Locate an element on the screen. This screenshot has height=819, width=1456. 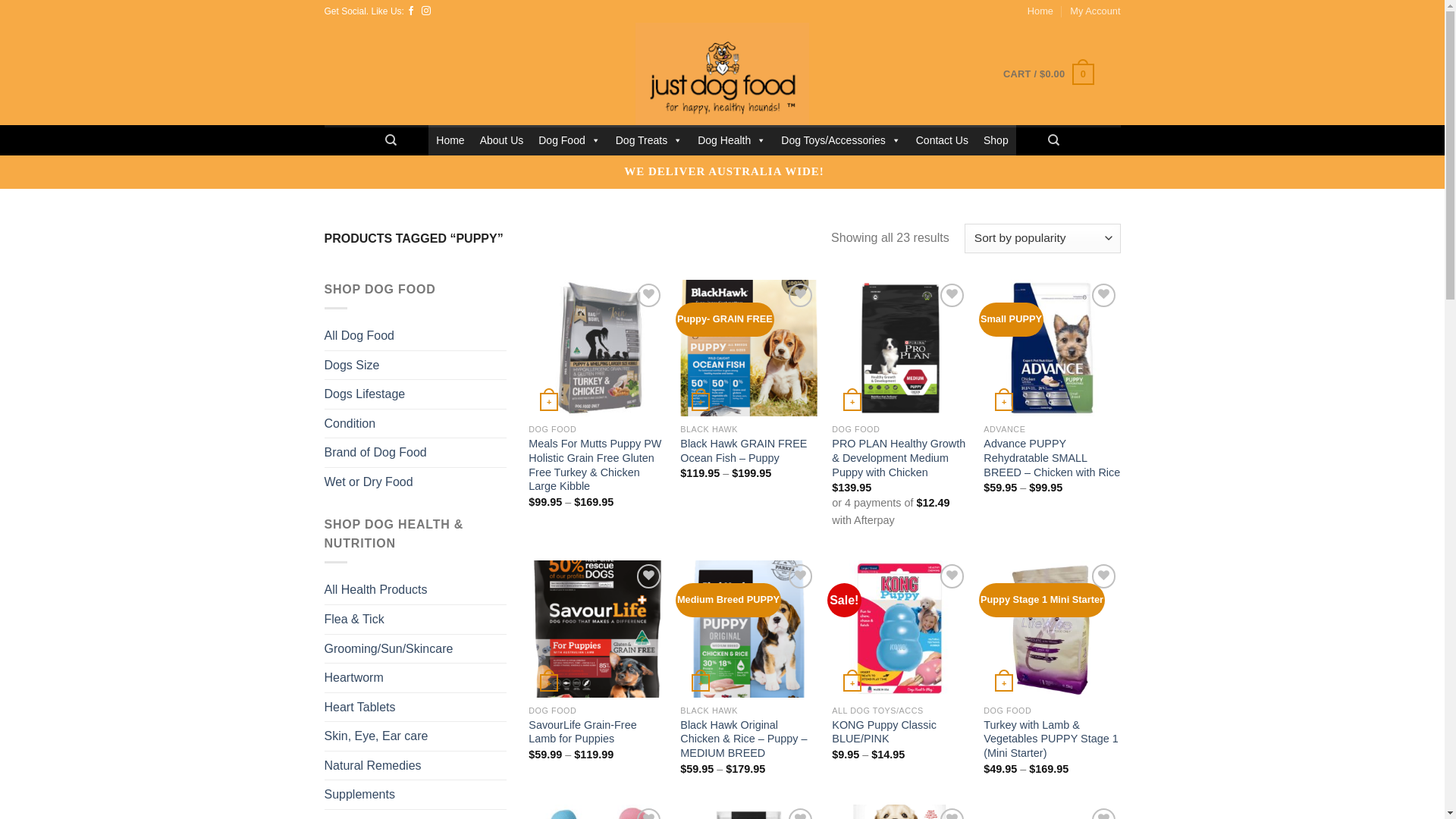
'Wet or Dry Food' is located at coordinates (369, 482).